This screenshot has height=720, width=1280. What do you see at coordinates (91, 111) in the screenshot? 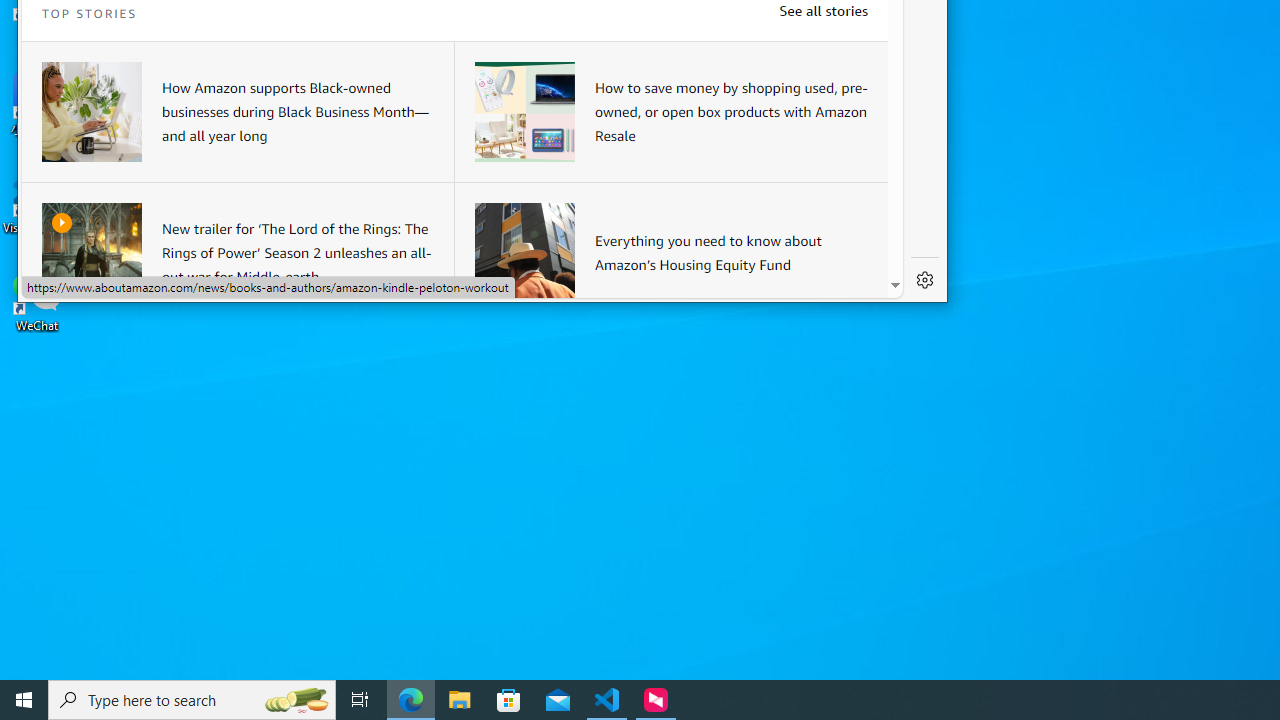
I see `'A woman sitting at a desk working on a laptop device.'` at bounding box center [91, 111].